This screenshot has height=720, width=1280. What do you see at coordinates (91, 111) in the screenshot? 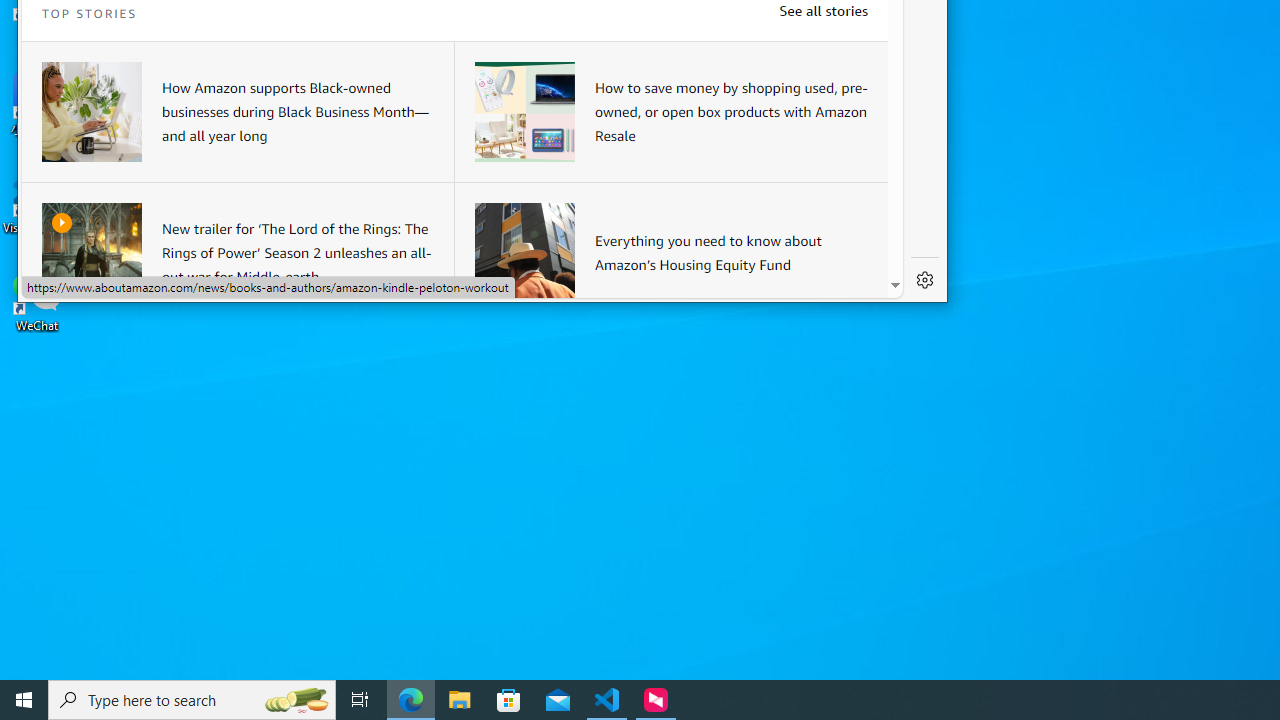
I see `'A woman sitting at a desk working on a laptop device.'` at bounding box center [91, 111].